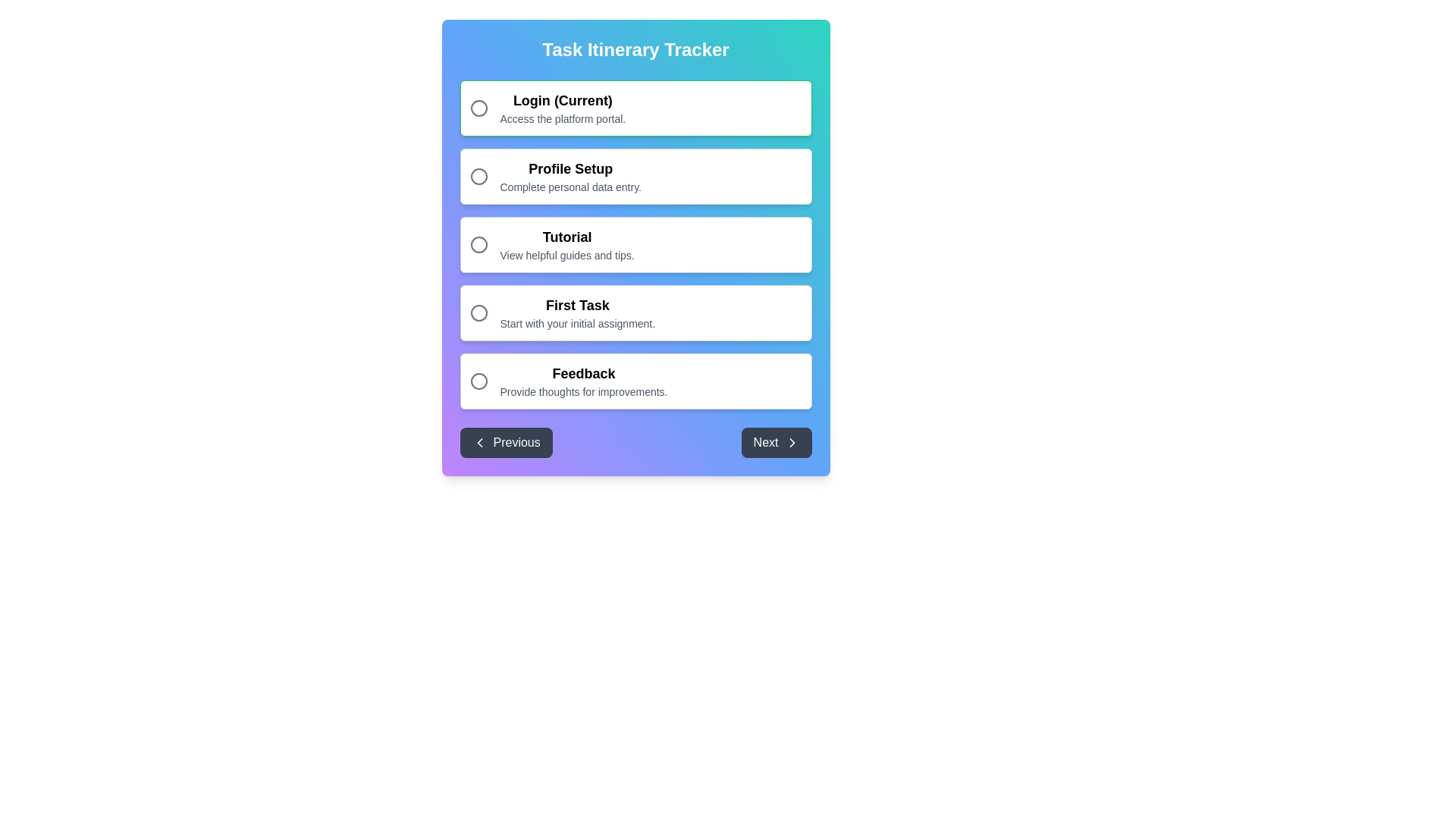  What do you see at coordinates (582, 391) in the screenshot?
I see `the text label displaying 'Provide thoughts for improvements.' located below the 'Feedback' header in the 'Task Itinerary Tracker' section` at bounding box center [582, 391].